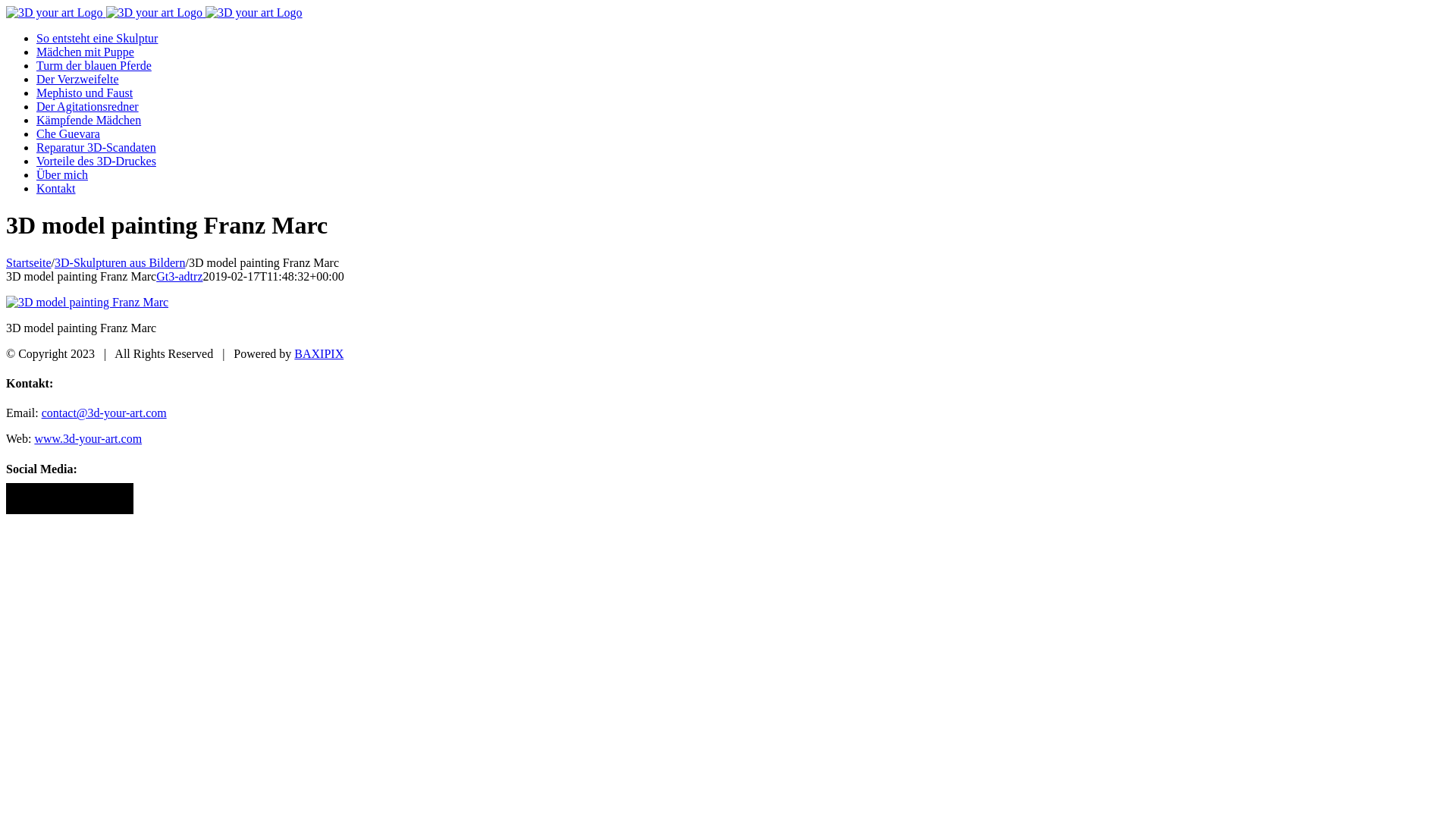 This screenshot has width=1456, height=819. Describe the element at coordinates (67, 133) in the screenshot. I see `'Che Guevara'` at that location.